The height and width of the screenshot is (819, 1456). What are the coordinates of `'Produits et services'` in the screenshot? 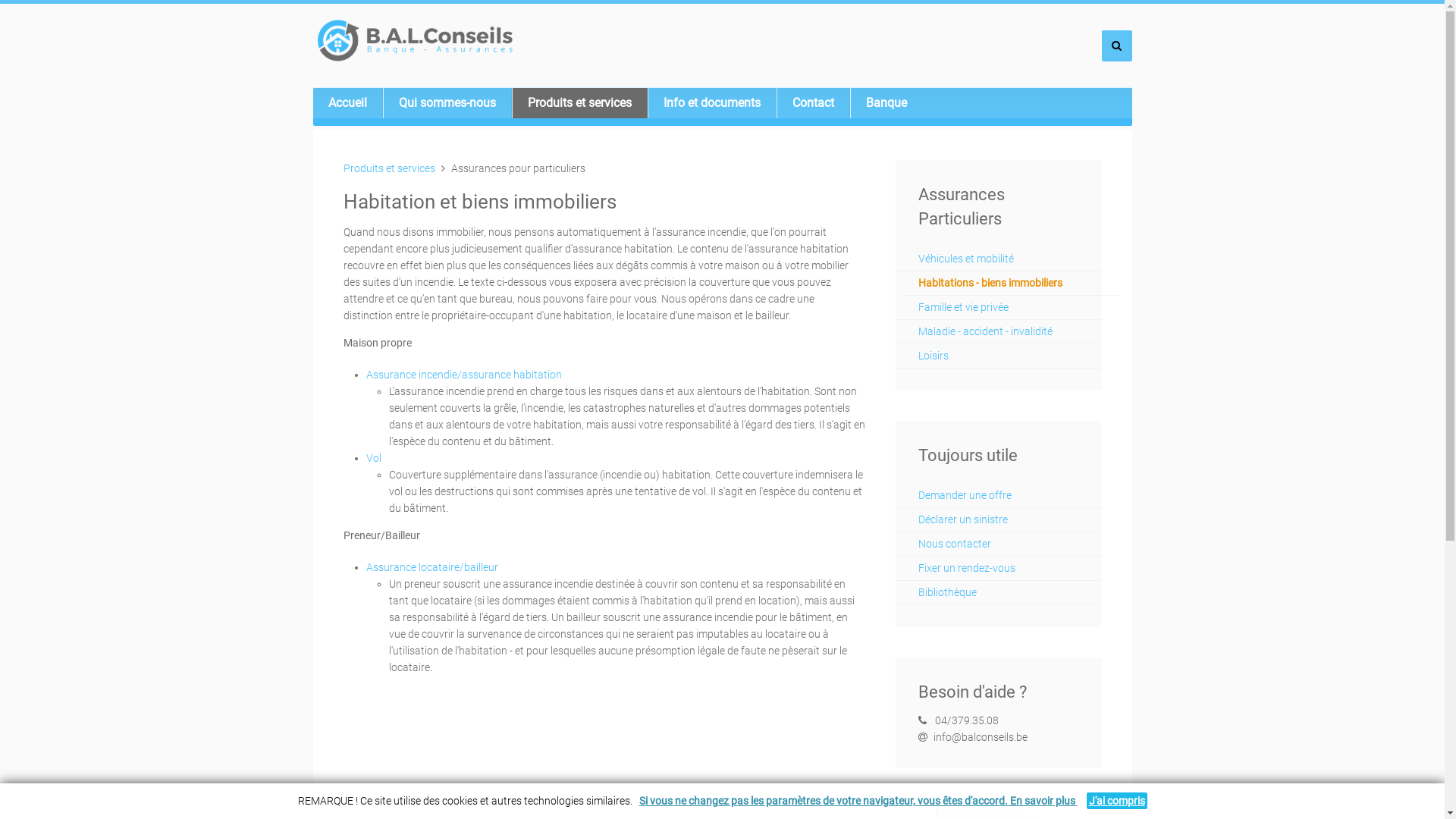 It's located at (578, 102).